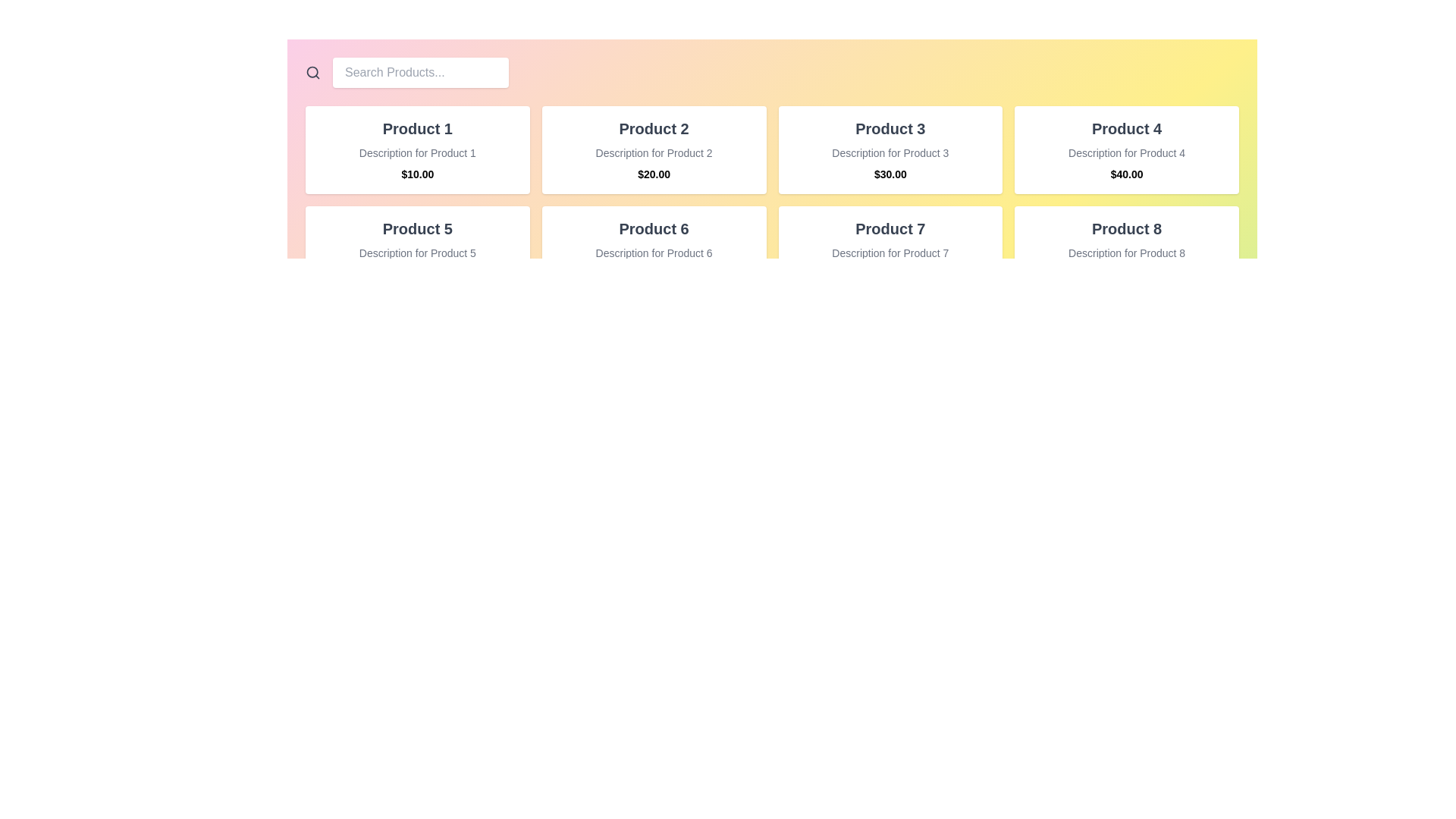 The image size is (1456, 819). What do you see at coordinates (890, 149) in the screenshot?
I see `the rectangular card labeled 'Product 3' with a white background, which is the third card in the top row of the grid layout` at bounding box center [890, 149].